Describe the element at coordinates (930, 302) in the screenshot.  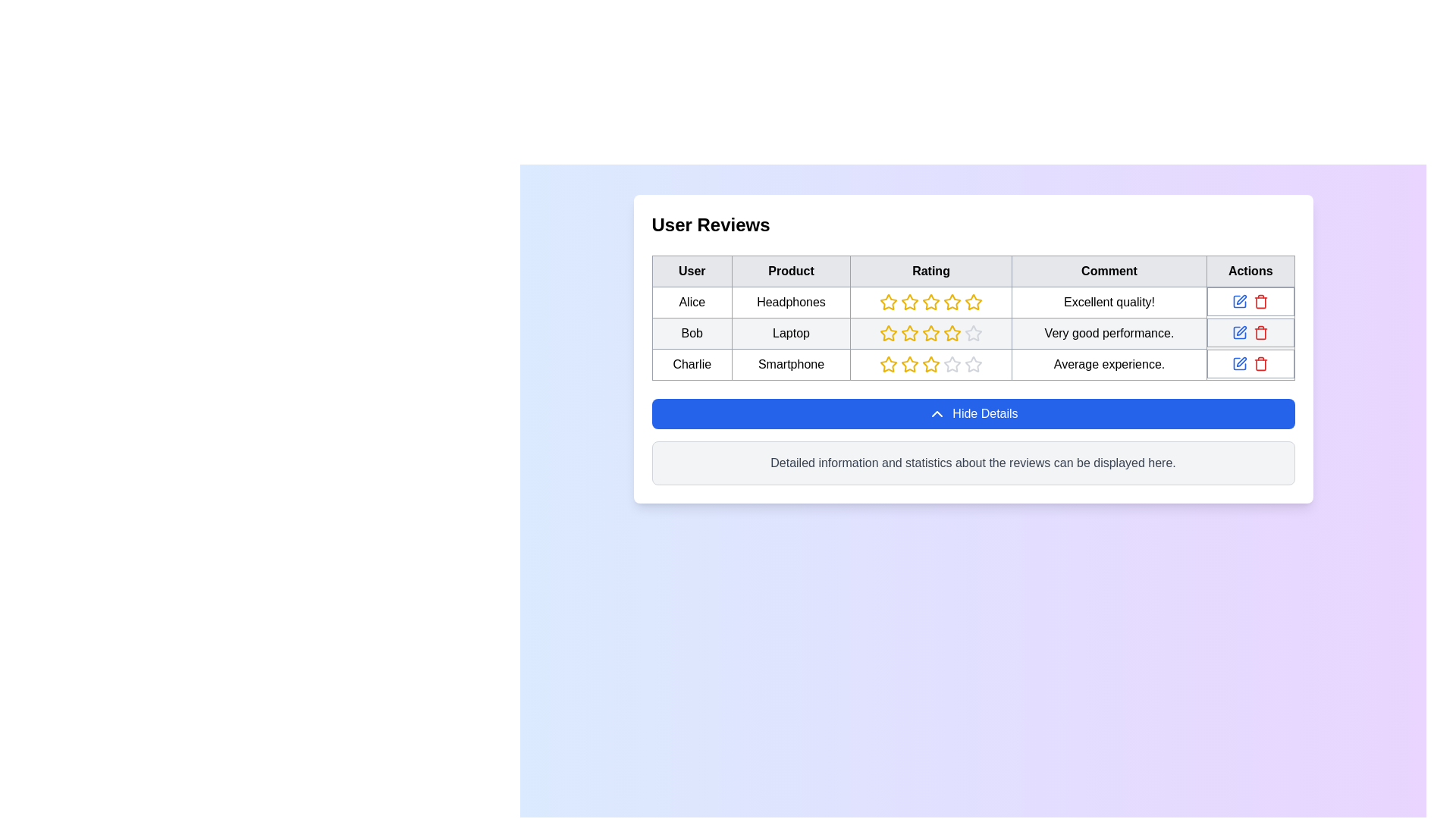
I see `the third star` at that location.